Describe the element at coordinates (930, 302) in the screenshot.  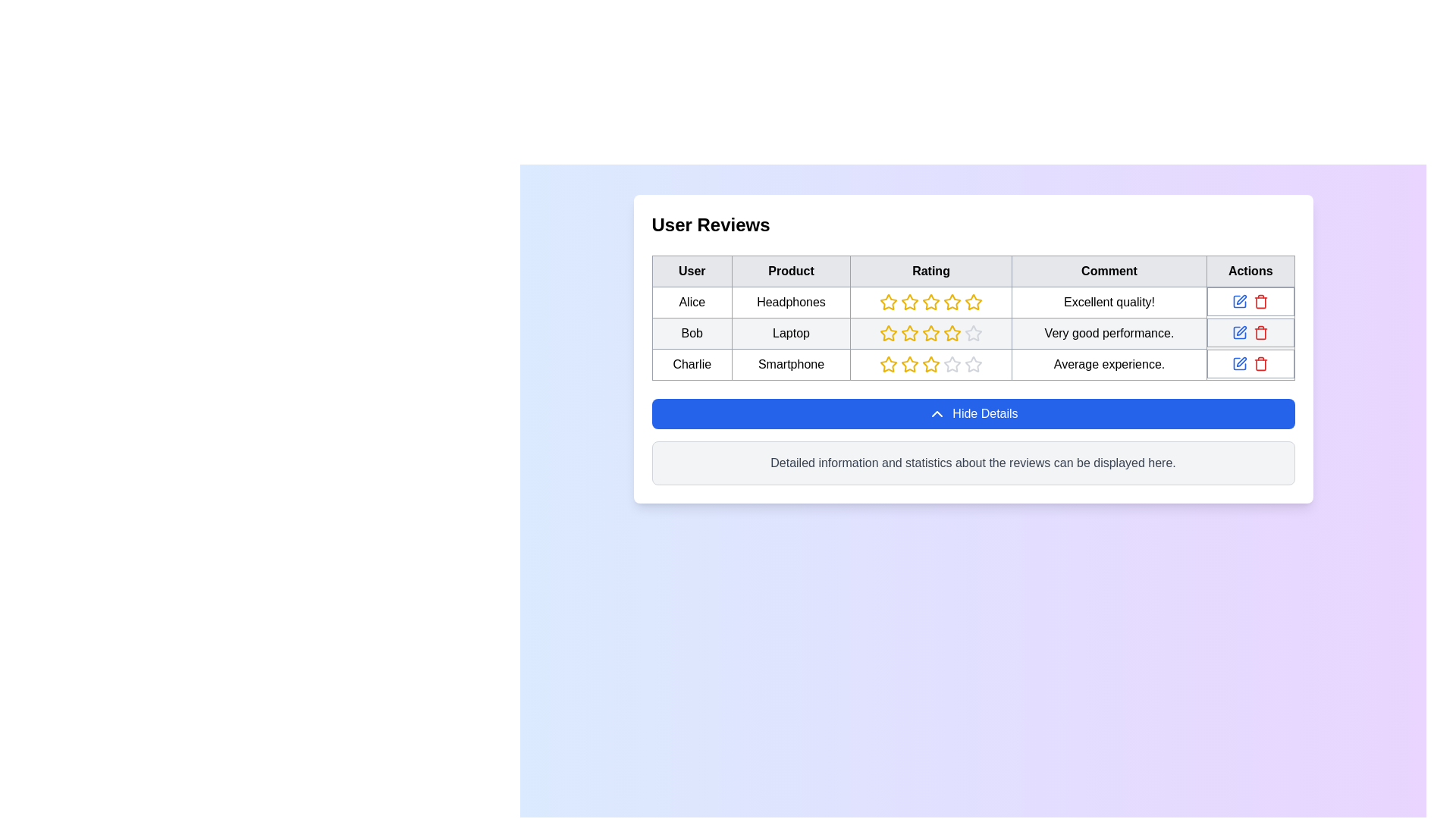
I see `the third star` at that location.